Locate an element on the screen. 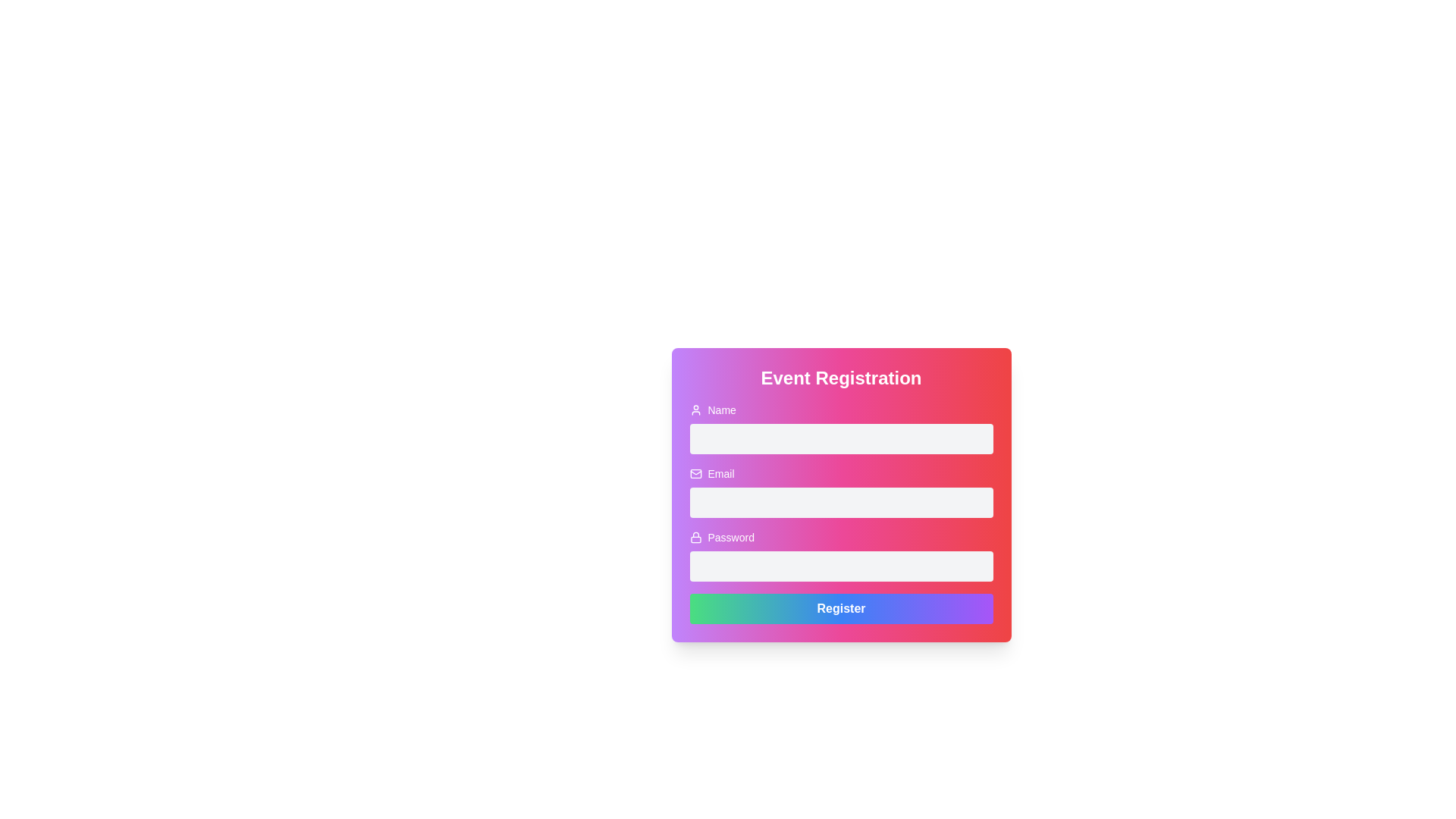 This screenshot has height=819, width=1456. the user icon, which is a small outline drawing of a person styled in white on a pinkish-purple background, located to the left of the text 'Name' in the 'Event Registration' panel is located at coordinates (695, 409).